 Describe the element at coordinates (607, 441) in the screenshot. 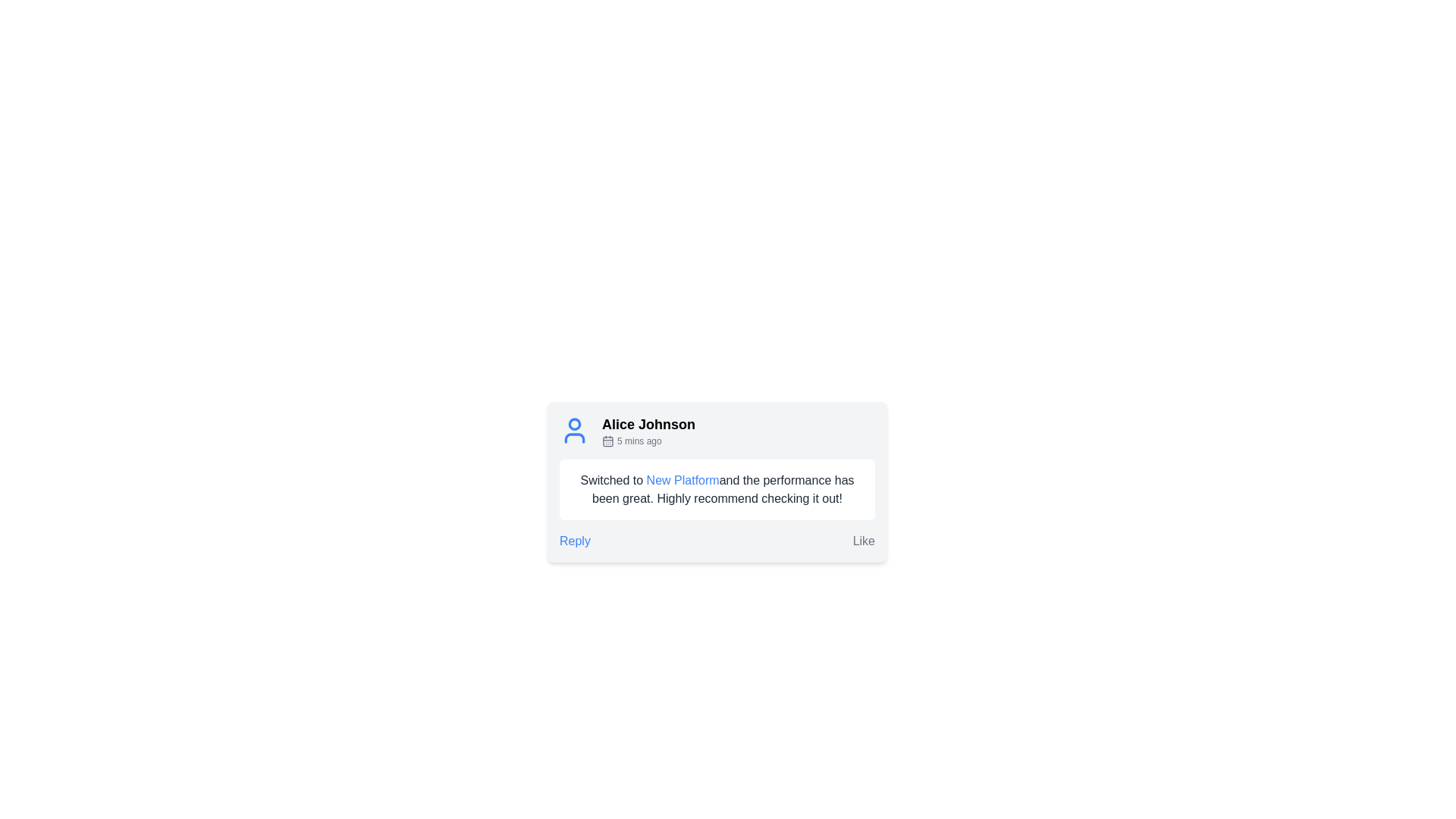

I see `the rectangular SVG graphic element located to the left of the username 'Alice Johnson' in a user comment card` at that location.